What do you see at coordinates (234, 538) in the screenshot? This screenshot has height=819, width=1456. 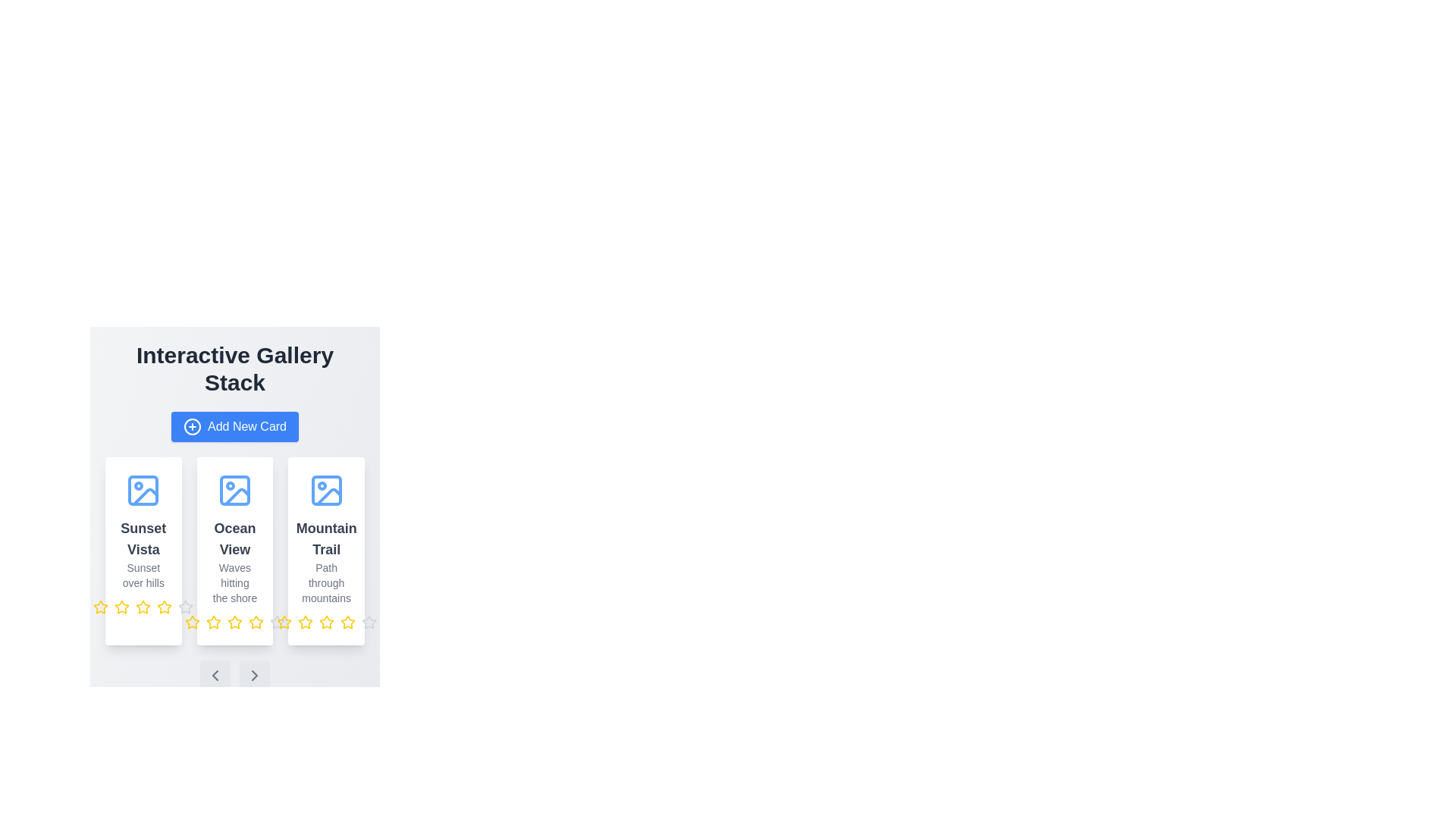 I see `the text label reading 'Ocean View' which is centrally located within the second card of the carousel layout` at bounding box center [234, 538].